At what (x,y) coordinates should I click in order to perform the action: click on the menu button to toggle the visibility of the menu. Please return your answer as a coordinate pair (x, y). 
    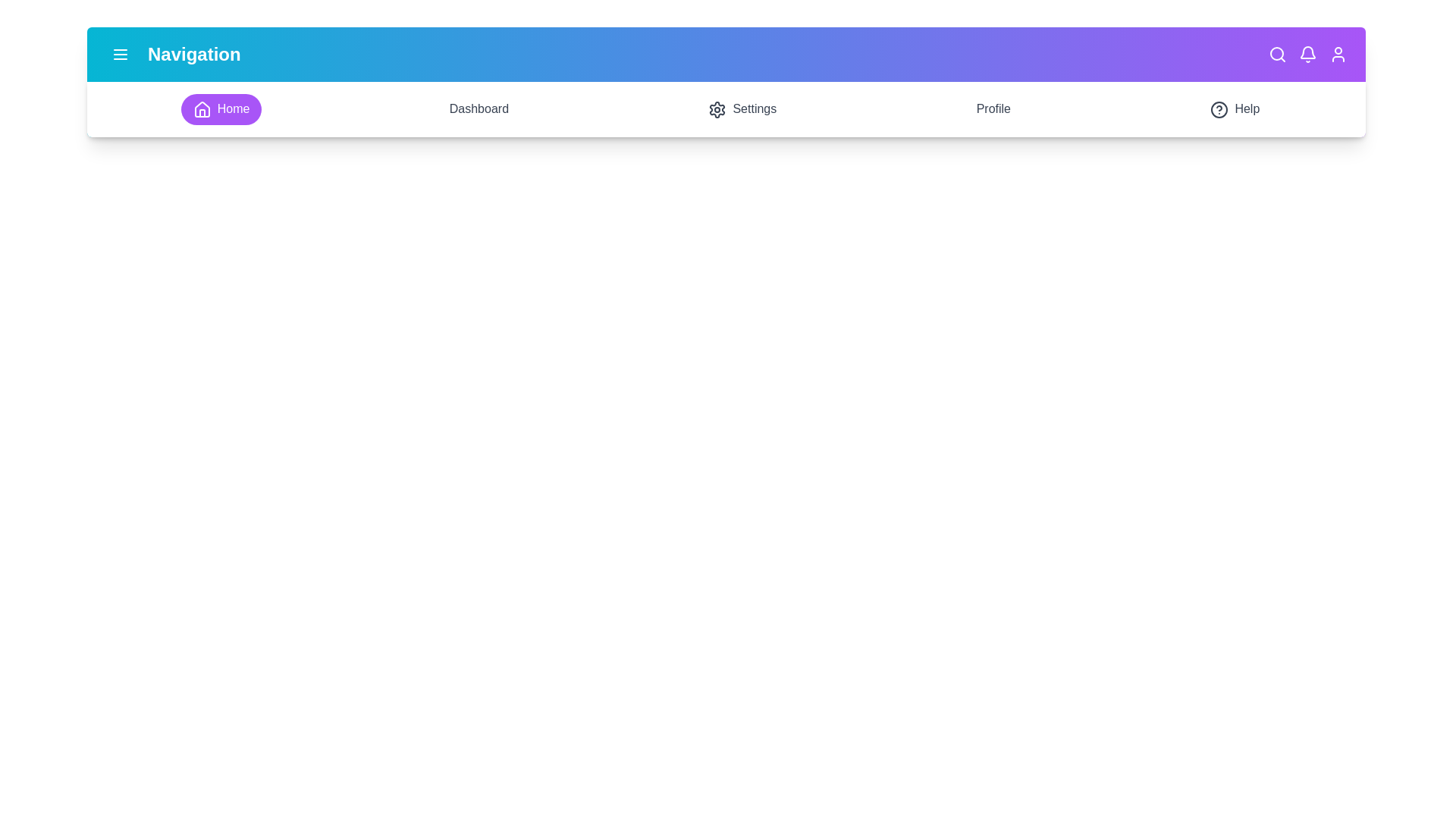
    Looking at the image, I should click on (119, 54).